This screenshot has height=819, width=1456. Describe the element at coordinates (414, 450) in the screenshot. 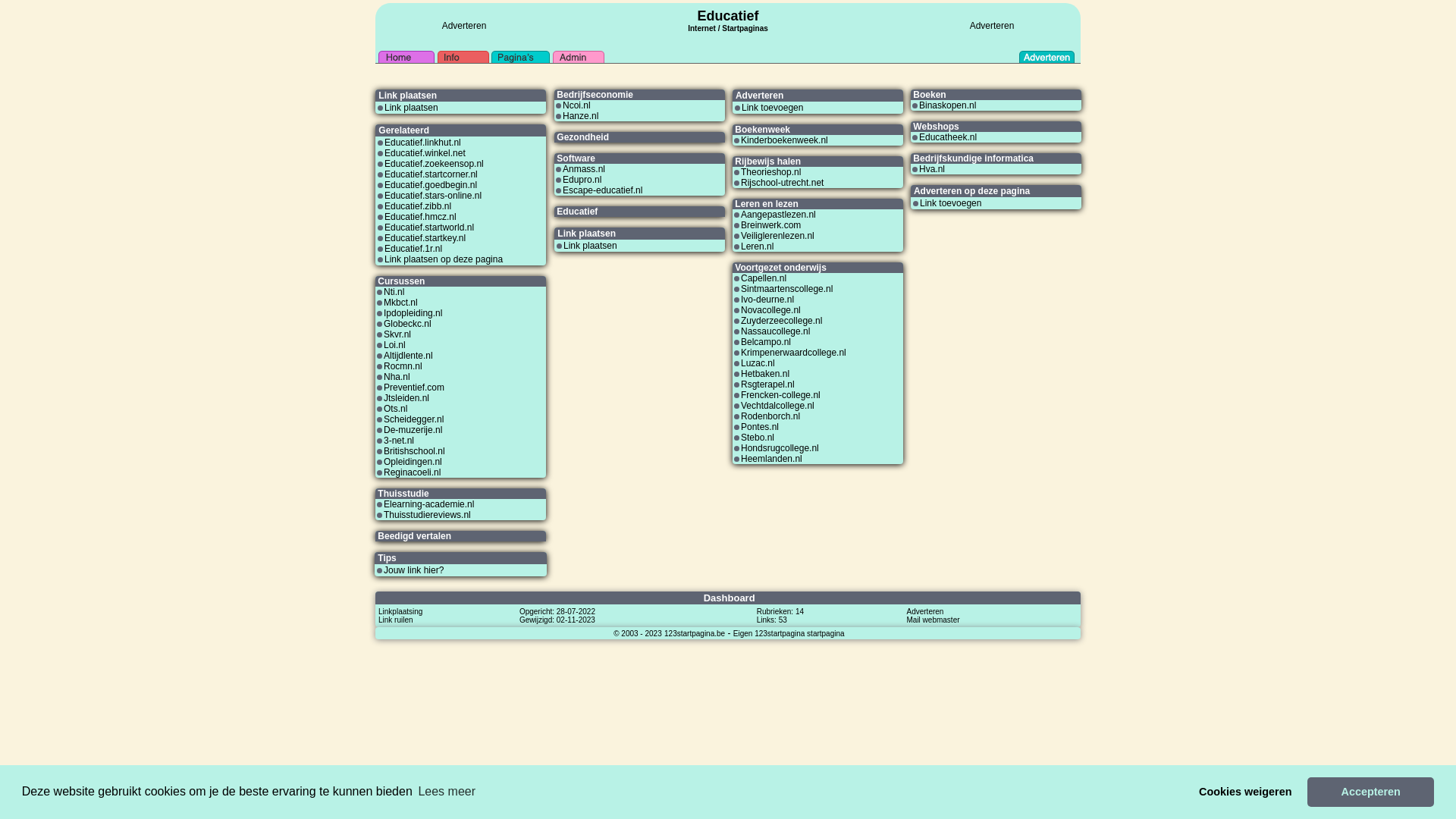

I see `'Britishschool.nl'` at that location.